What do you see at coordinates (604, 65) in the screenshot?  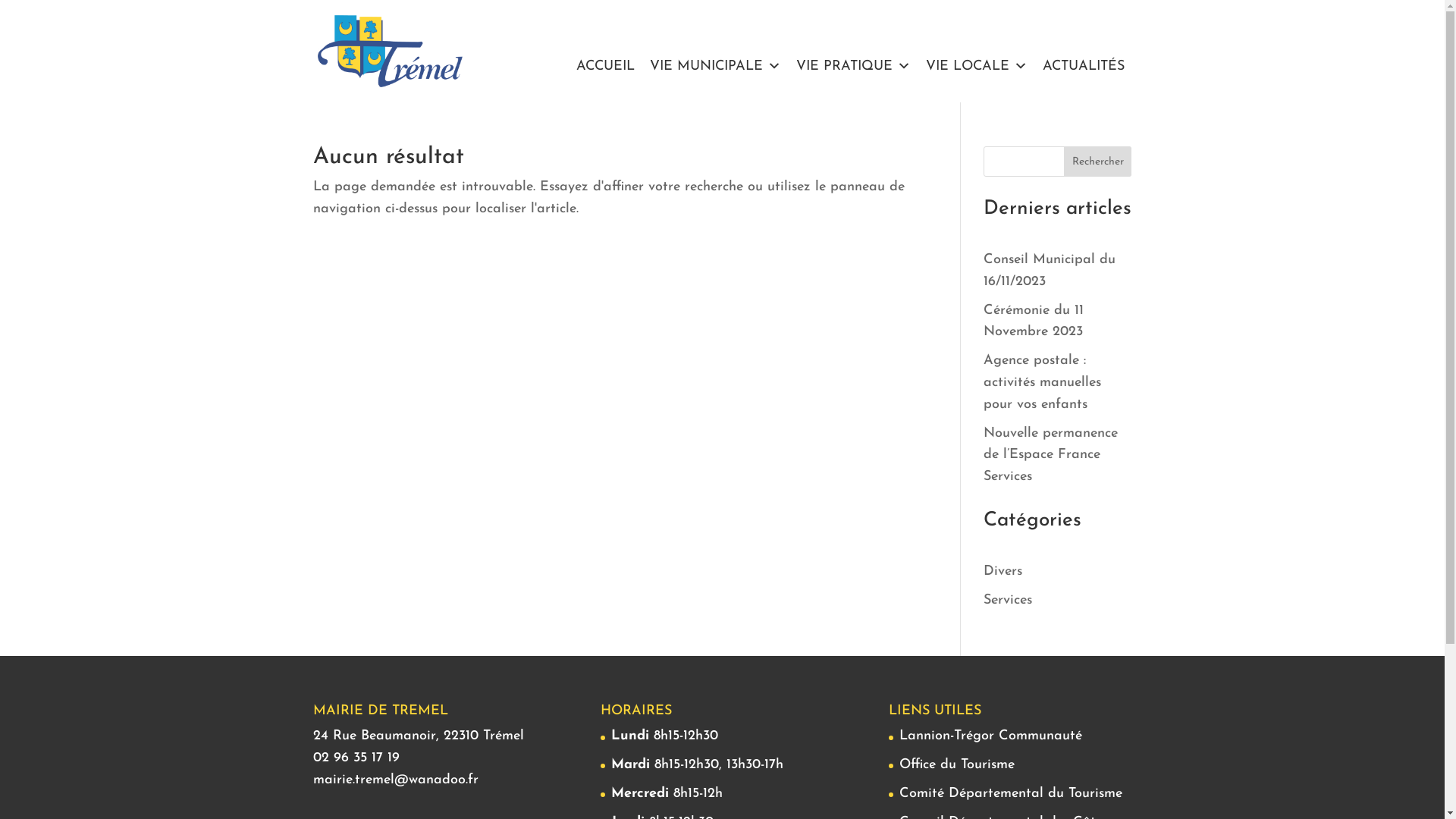 I see `'ACCUEIL'` at bounding box center [604, 65].